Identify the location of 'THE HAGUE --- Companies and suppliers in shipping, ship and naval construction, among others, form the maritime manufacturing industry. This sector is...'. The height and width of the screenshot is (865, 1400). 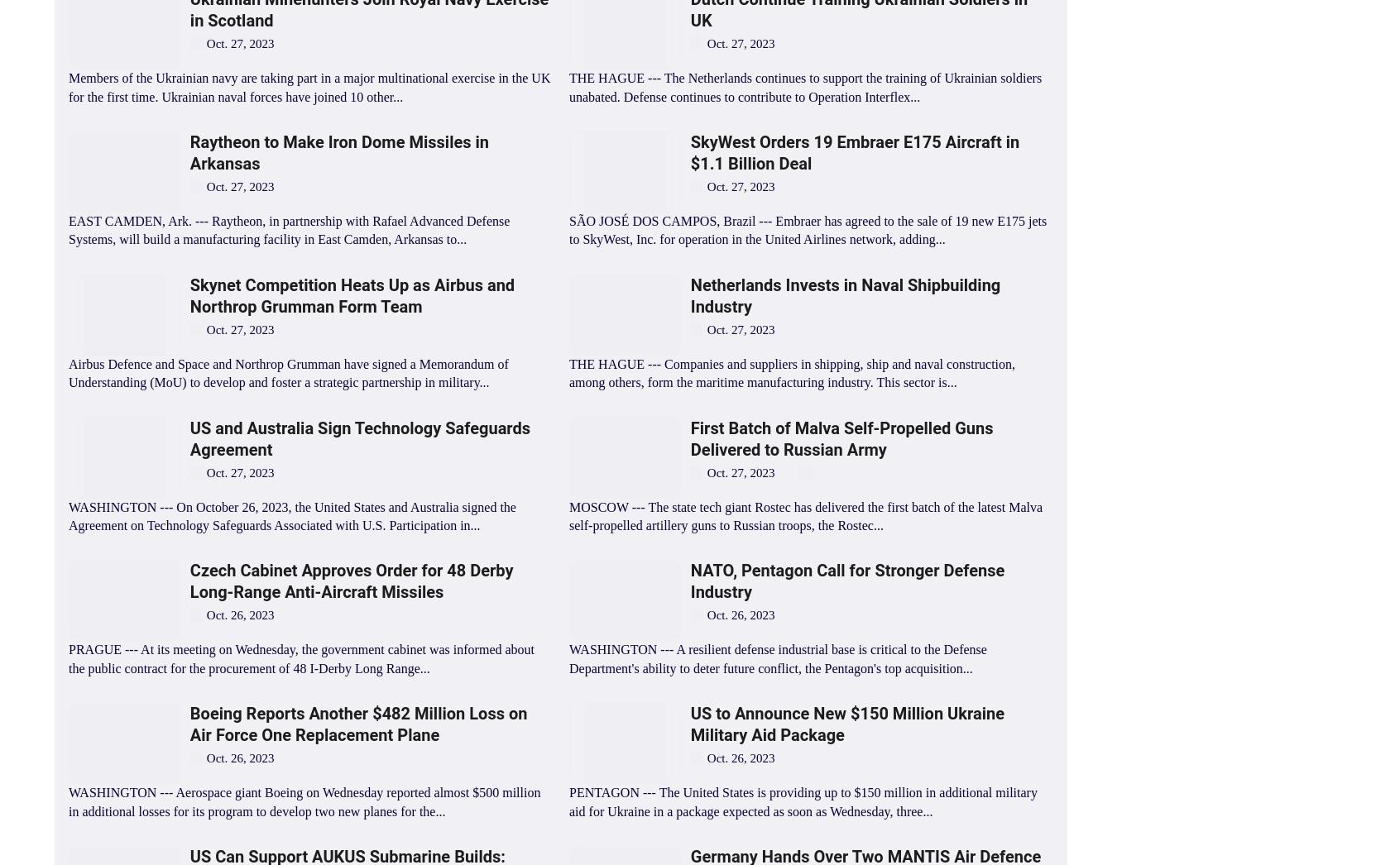
(568, 372).